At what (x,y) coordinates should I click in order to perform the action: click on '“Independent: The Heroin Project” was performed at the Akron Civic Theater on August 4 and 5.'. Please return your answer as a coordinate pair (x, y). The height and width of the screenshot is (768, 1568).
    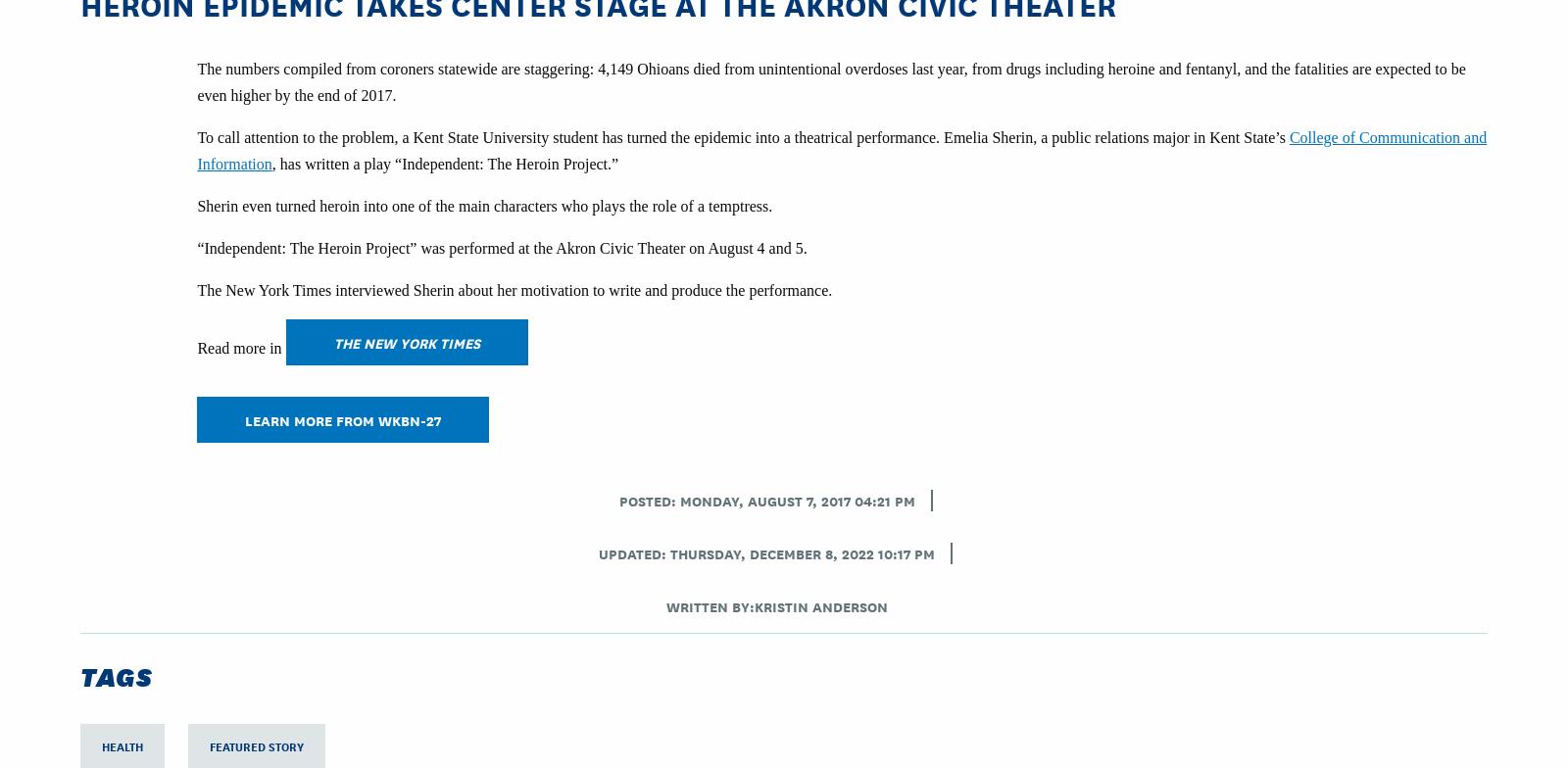
    Looking at the image, I should click on (195, 248).